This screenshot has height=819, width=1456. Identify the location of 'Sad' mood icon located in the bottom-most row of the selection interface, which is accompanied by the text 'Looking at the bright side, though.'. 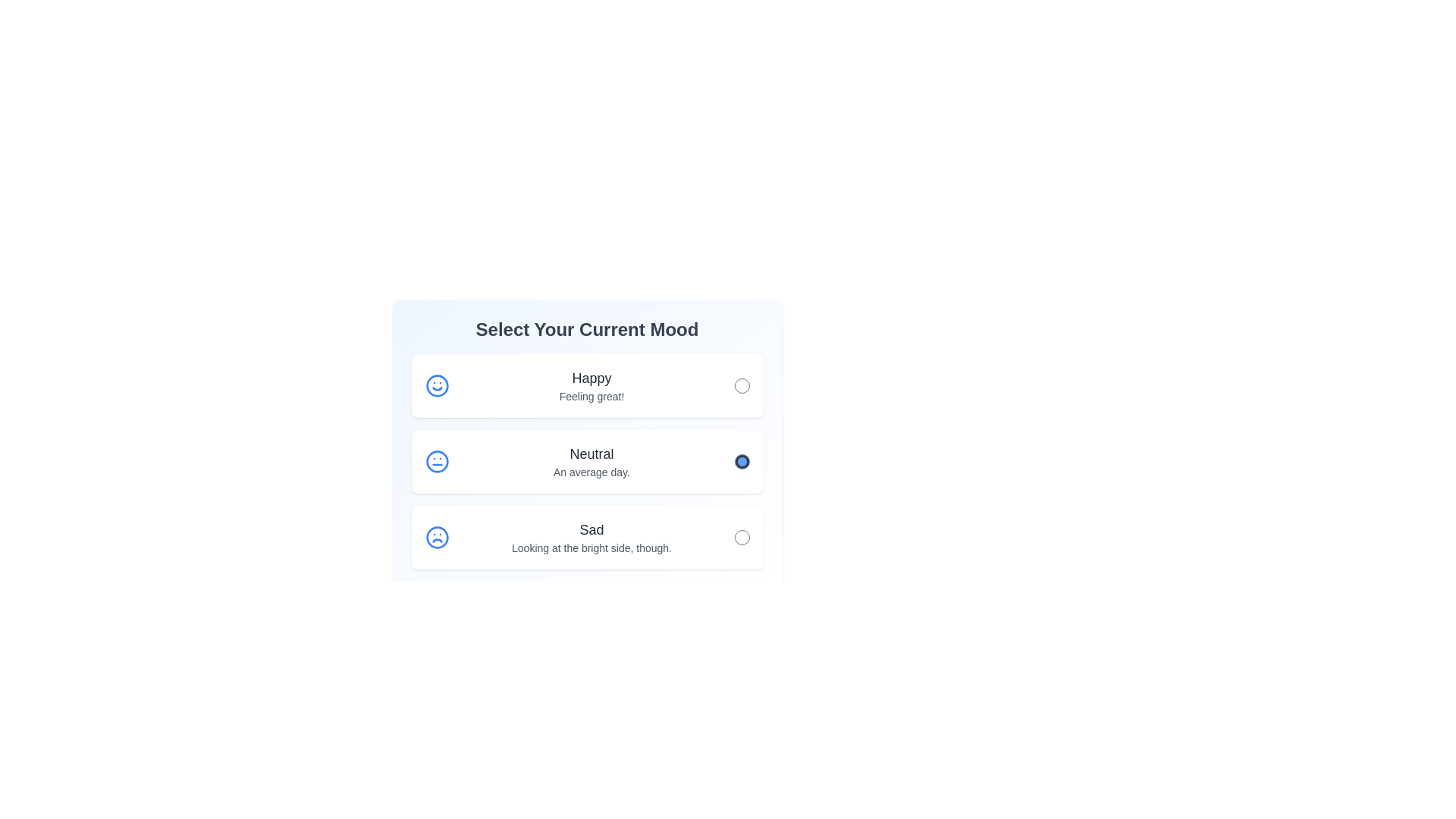
(436, 537).